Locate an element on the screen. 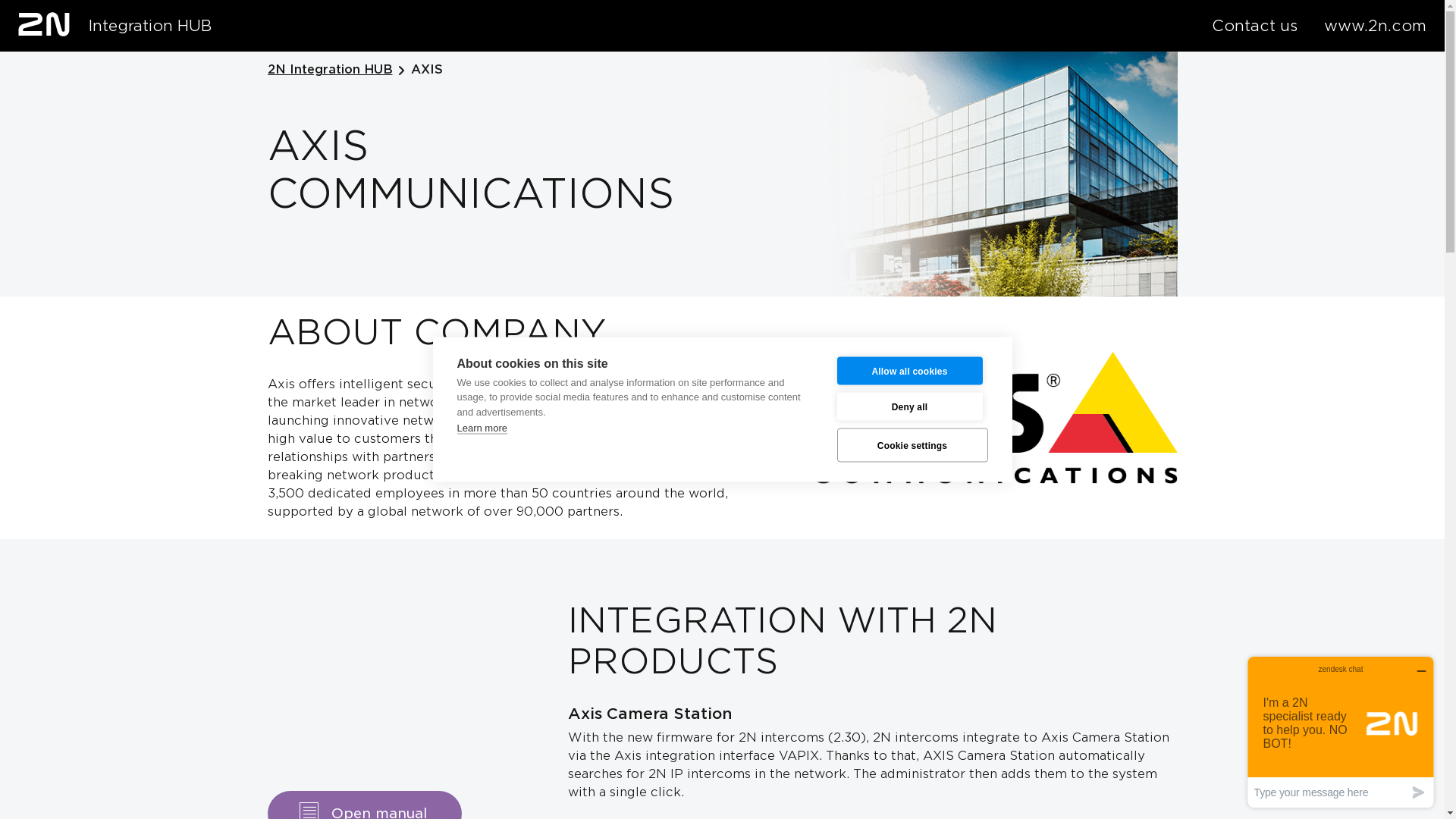  '2N' is located at coordinates (43, 24).